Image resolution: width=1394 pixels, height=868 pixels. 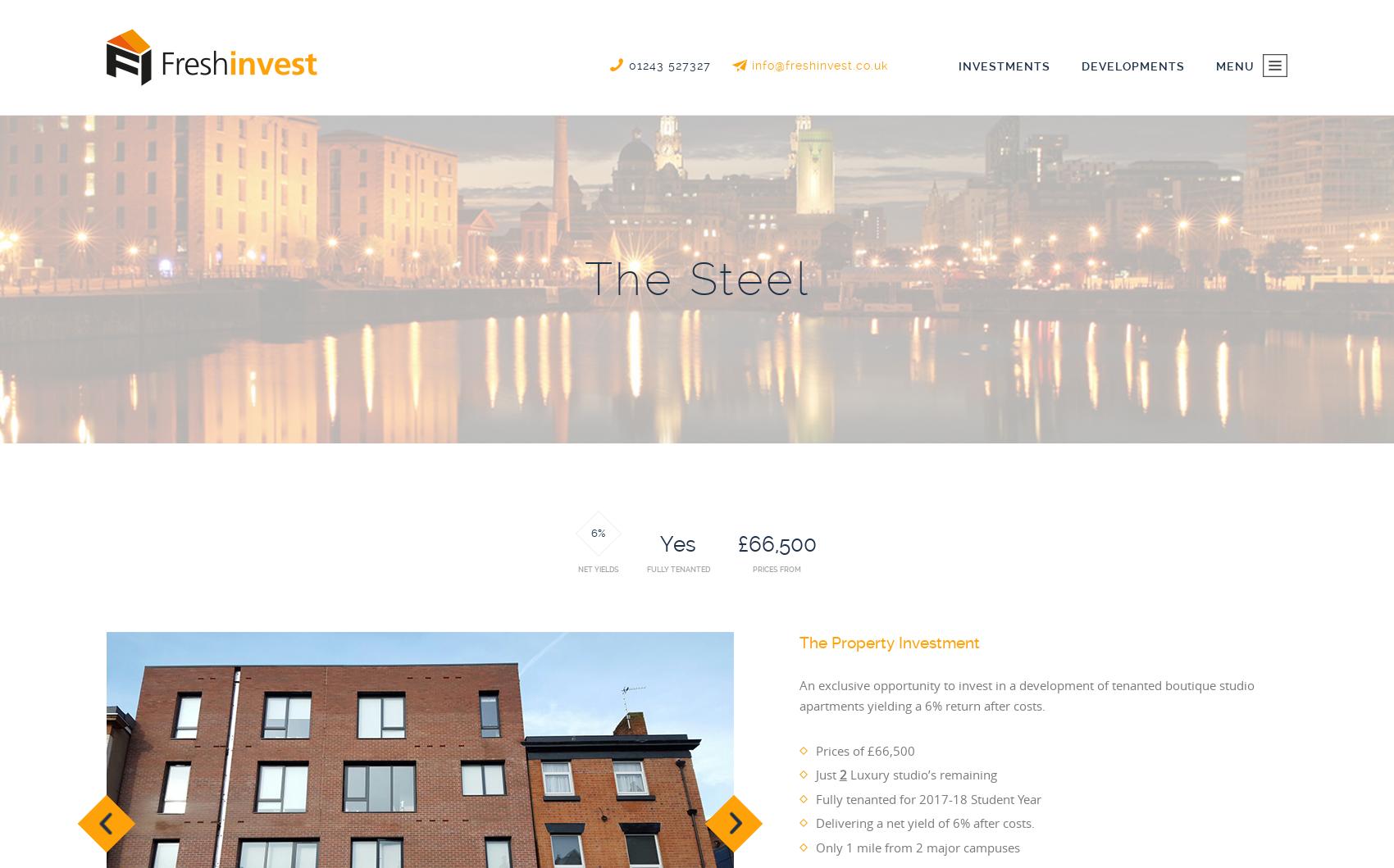 What do you see at coordinates (1313, 381) in the screenshot?
I see `'Blog'` at bounding box center [1313, 381].